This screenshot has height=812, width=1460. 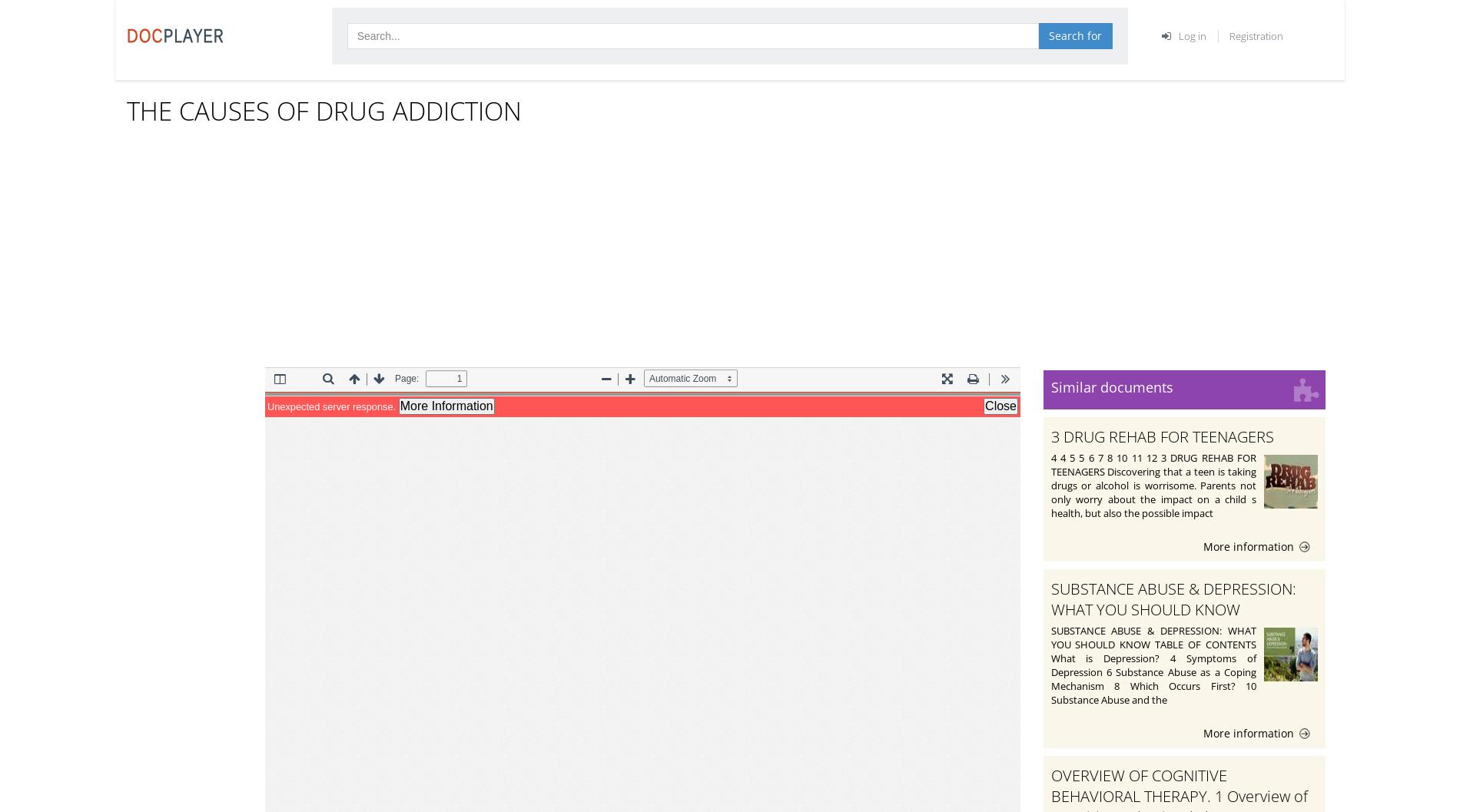 I want to click on '4 4 5 5 6 7 8 10 11 12 3 DRUG REHAB FOR TEENAGERS Discovering that a teen is taking drugs or alcohol is worrisome. Parents not only worry about the impact on a child s health, but also the possible impact', so click(x=1153, y=485).